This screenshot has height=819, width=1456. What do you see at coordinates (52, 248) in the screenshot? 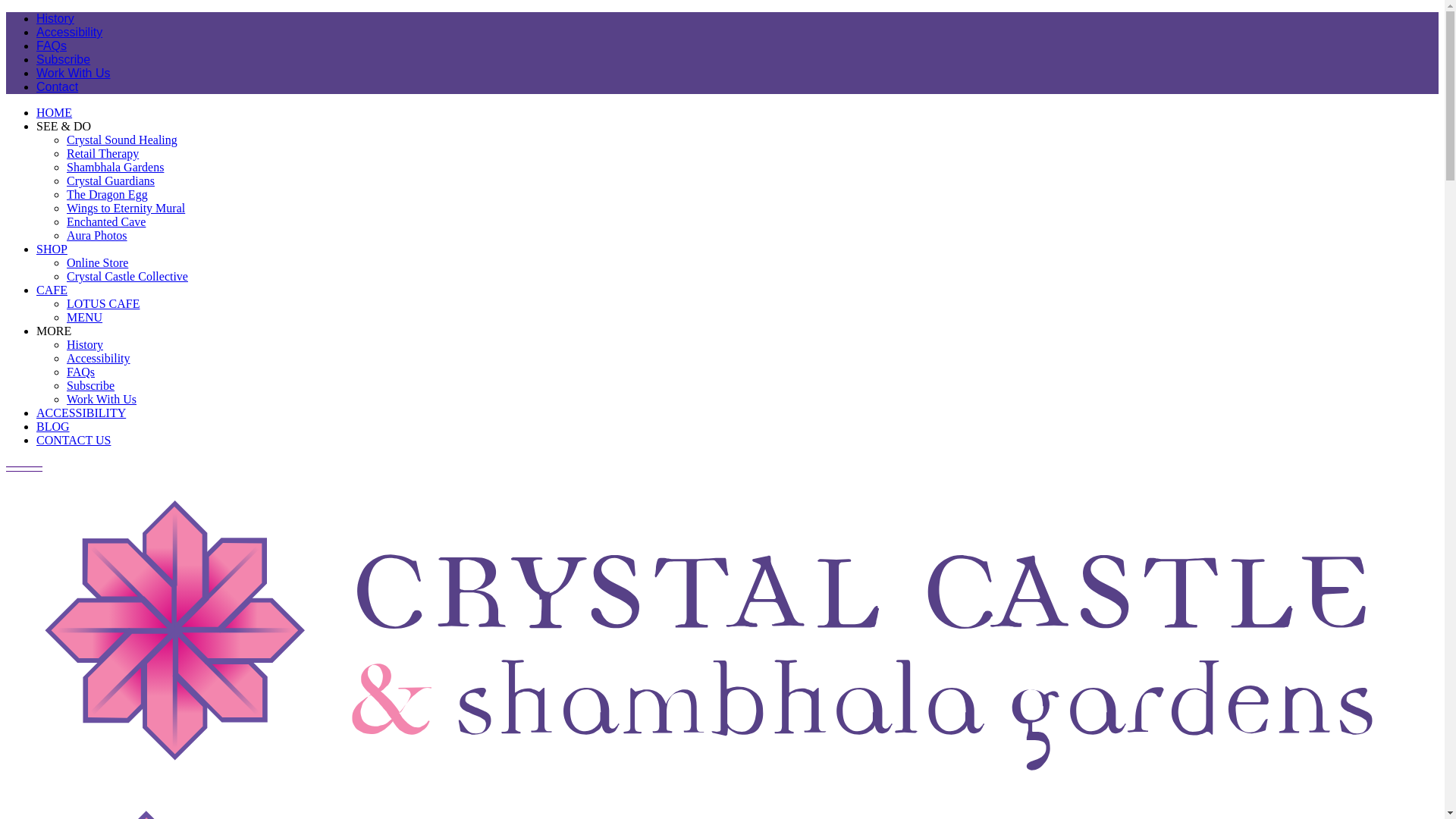
I see `'SHOP'` at bounding box center [52, 248].